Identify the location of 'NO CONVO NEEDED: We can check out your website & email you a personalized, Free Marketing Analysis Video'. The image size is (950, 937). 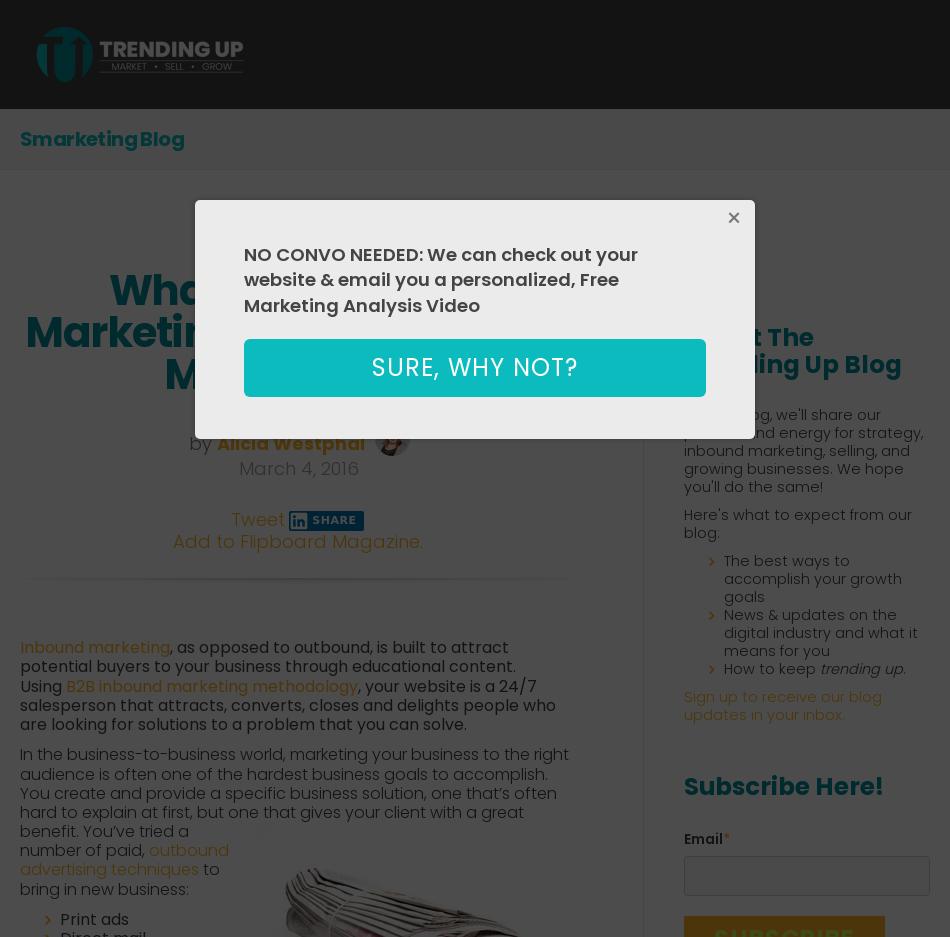
(242, 279).